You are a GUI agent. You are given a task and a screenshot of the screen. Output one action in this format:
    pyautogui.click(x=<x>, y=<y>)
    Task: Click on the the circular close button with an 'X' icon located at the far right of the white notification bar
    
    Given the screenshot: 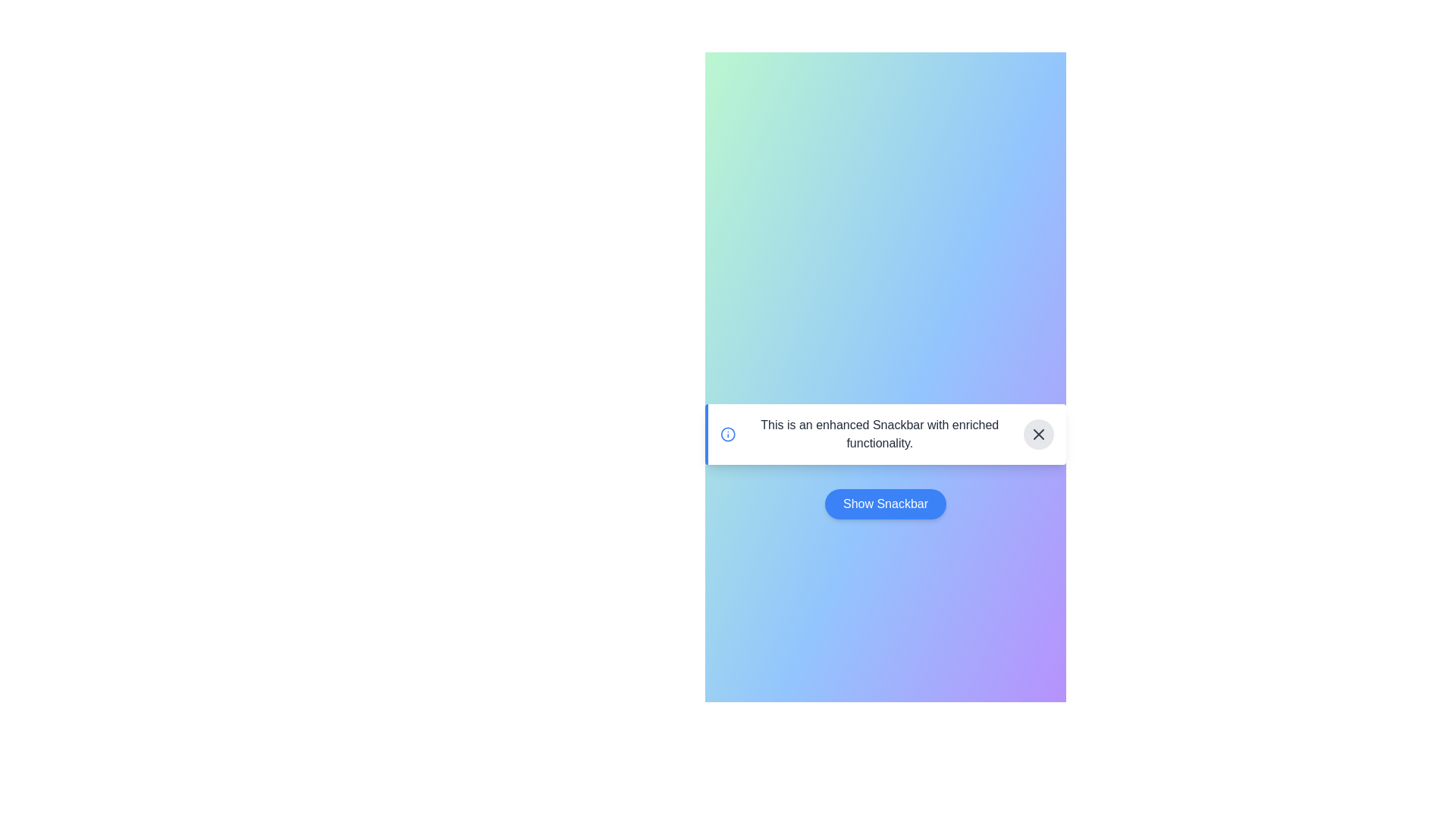 What is the action you would take?
    pyautogui.click(x=1037, y=435)
    